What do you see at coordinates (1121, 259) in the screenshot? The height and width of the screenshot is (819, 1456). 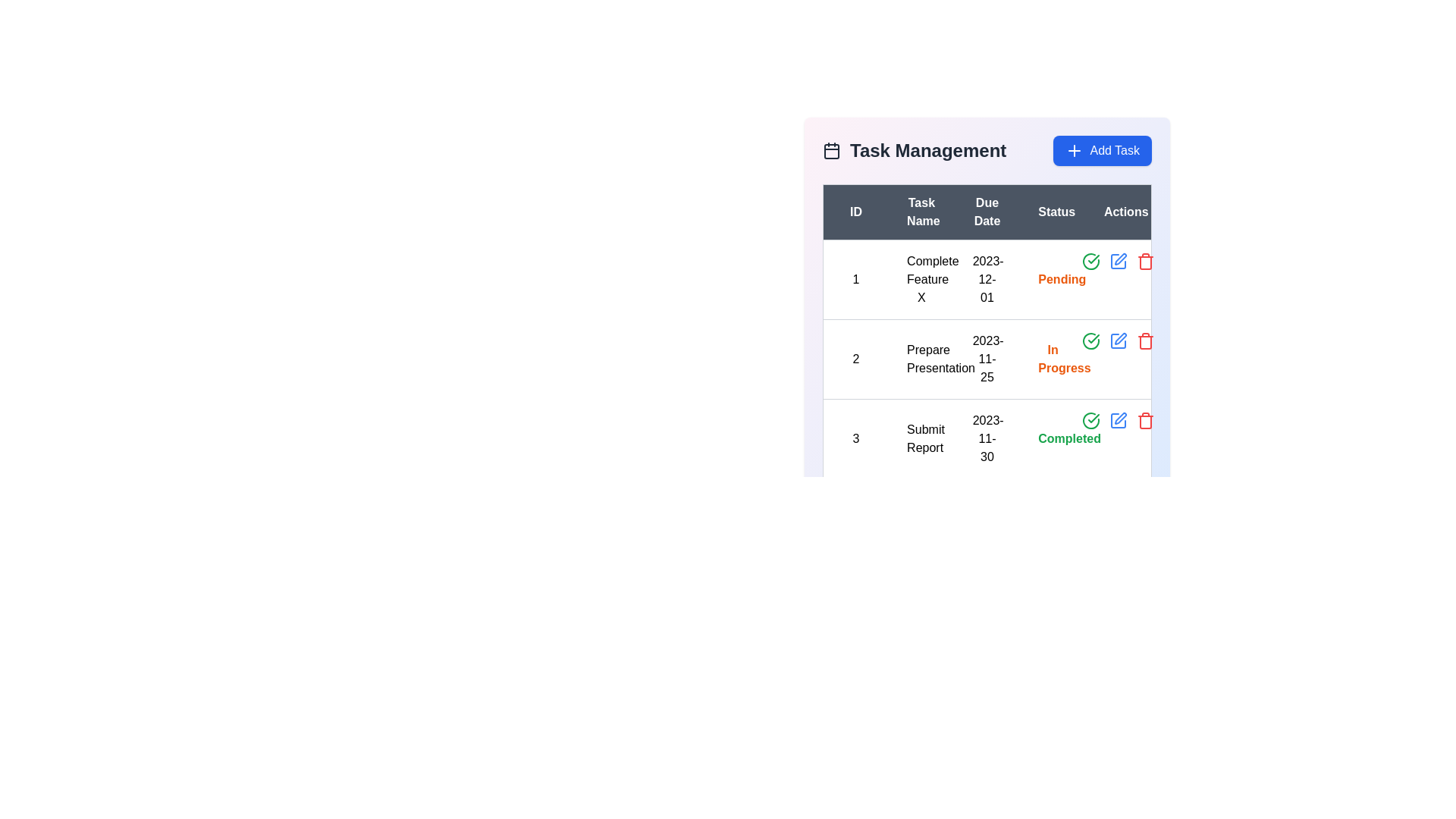 I see `the editing icon in the 'Actions' column associated with the task 'Complete Feature X' in the first row to initiate the editing process` at bounding box center [1121, 259].